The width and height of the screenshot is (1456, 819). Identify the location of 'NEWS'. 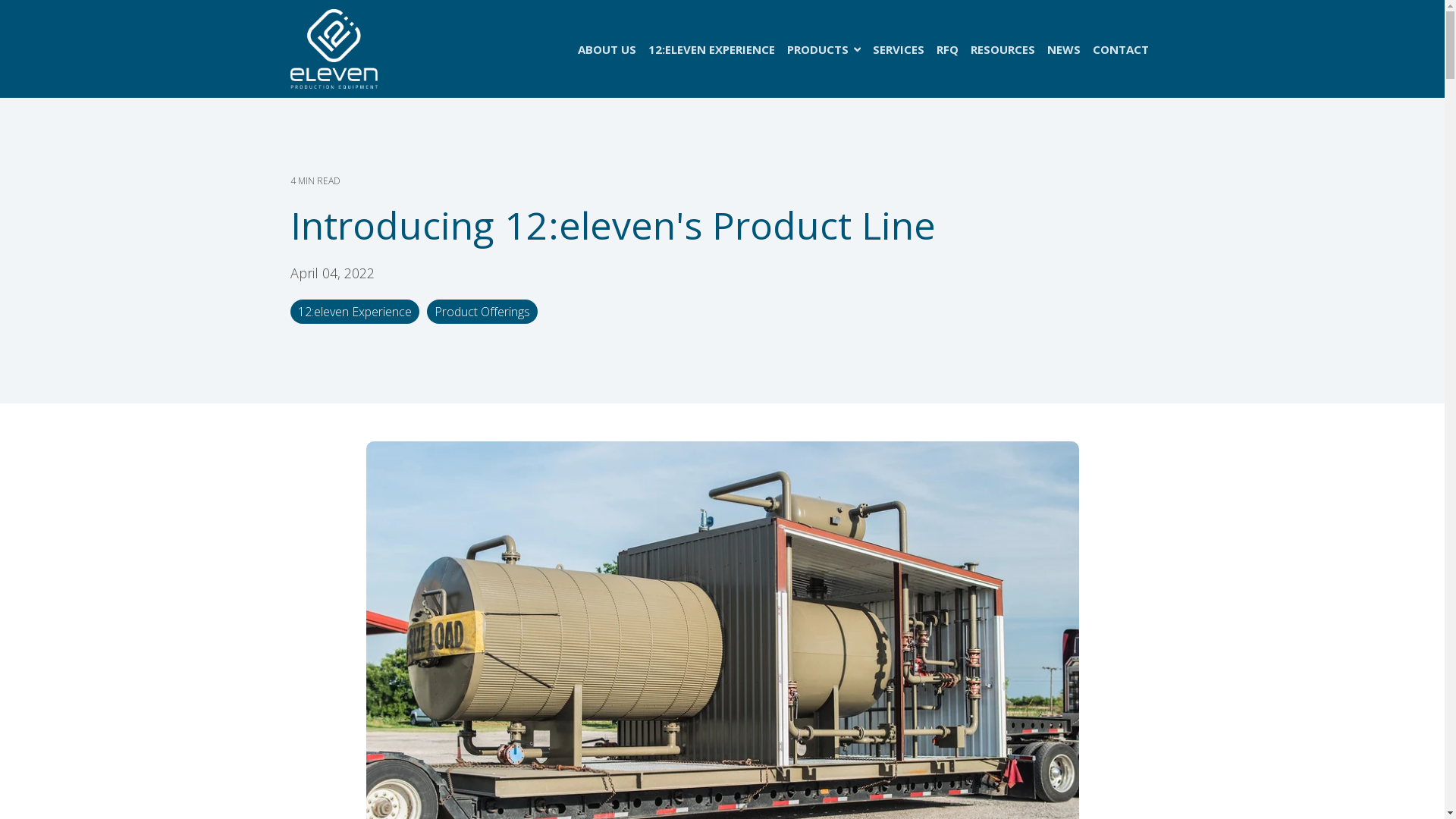
(1062, 49).